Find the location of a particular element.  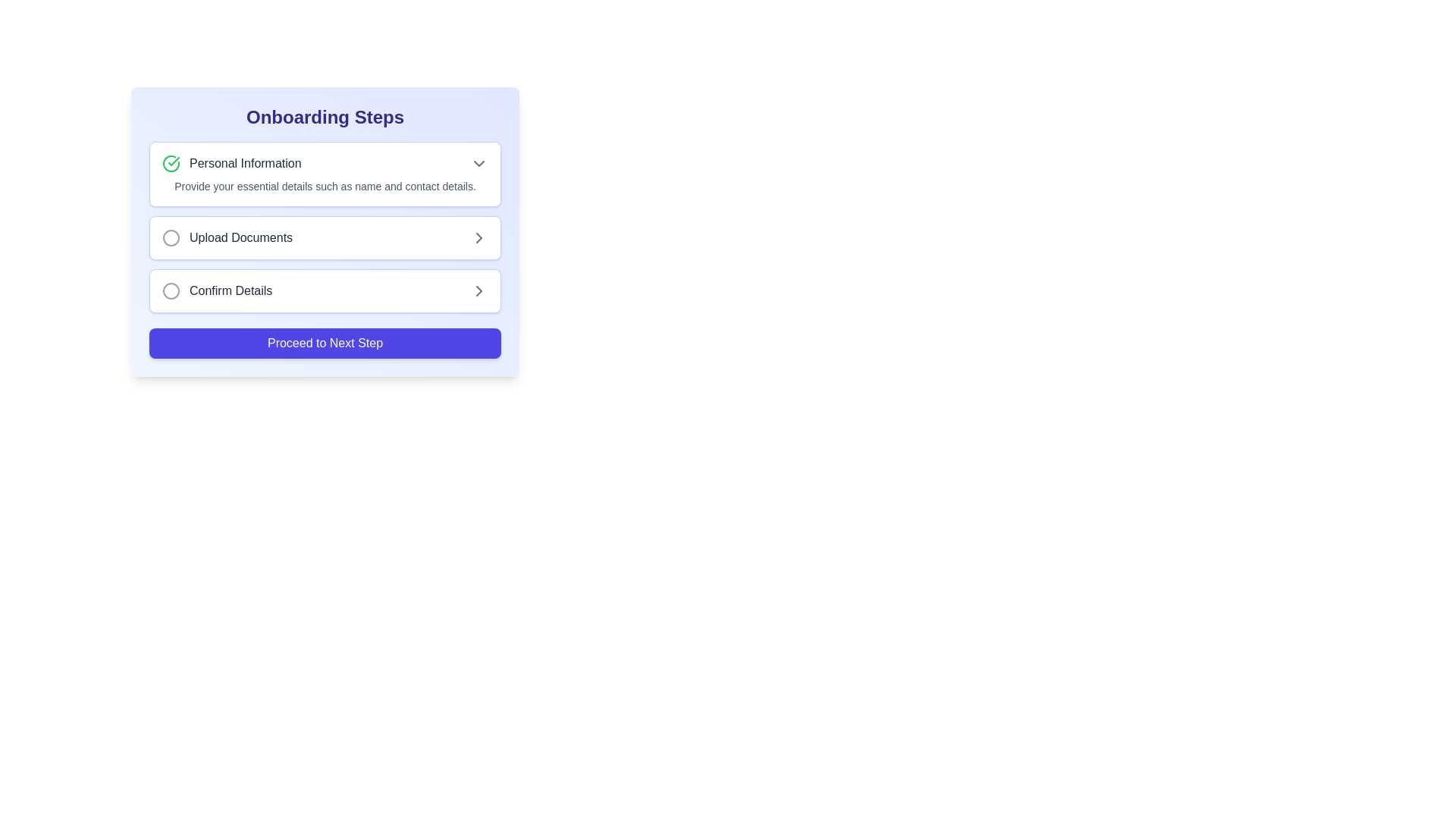

the rectangular button with rounded corners and a vivid indigo background that displays the text 'Proceed to Next Step' to change its background color is located at coordinates (324, 343).